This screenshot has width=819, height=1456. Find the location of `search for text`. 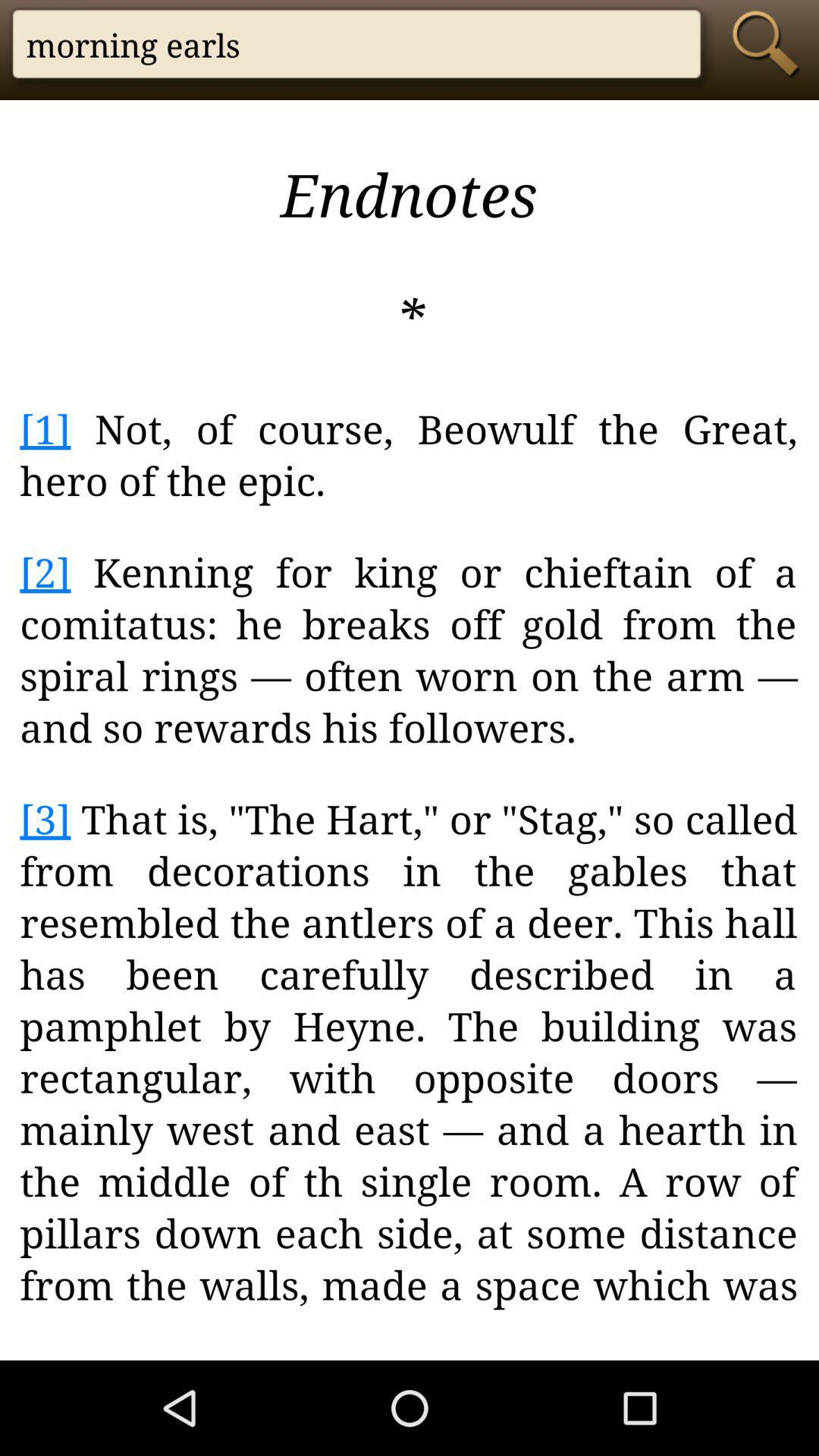

search for text is located at coordinates (770, 43).